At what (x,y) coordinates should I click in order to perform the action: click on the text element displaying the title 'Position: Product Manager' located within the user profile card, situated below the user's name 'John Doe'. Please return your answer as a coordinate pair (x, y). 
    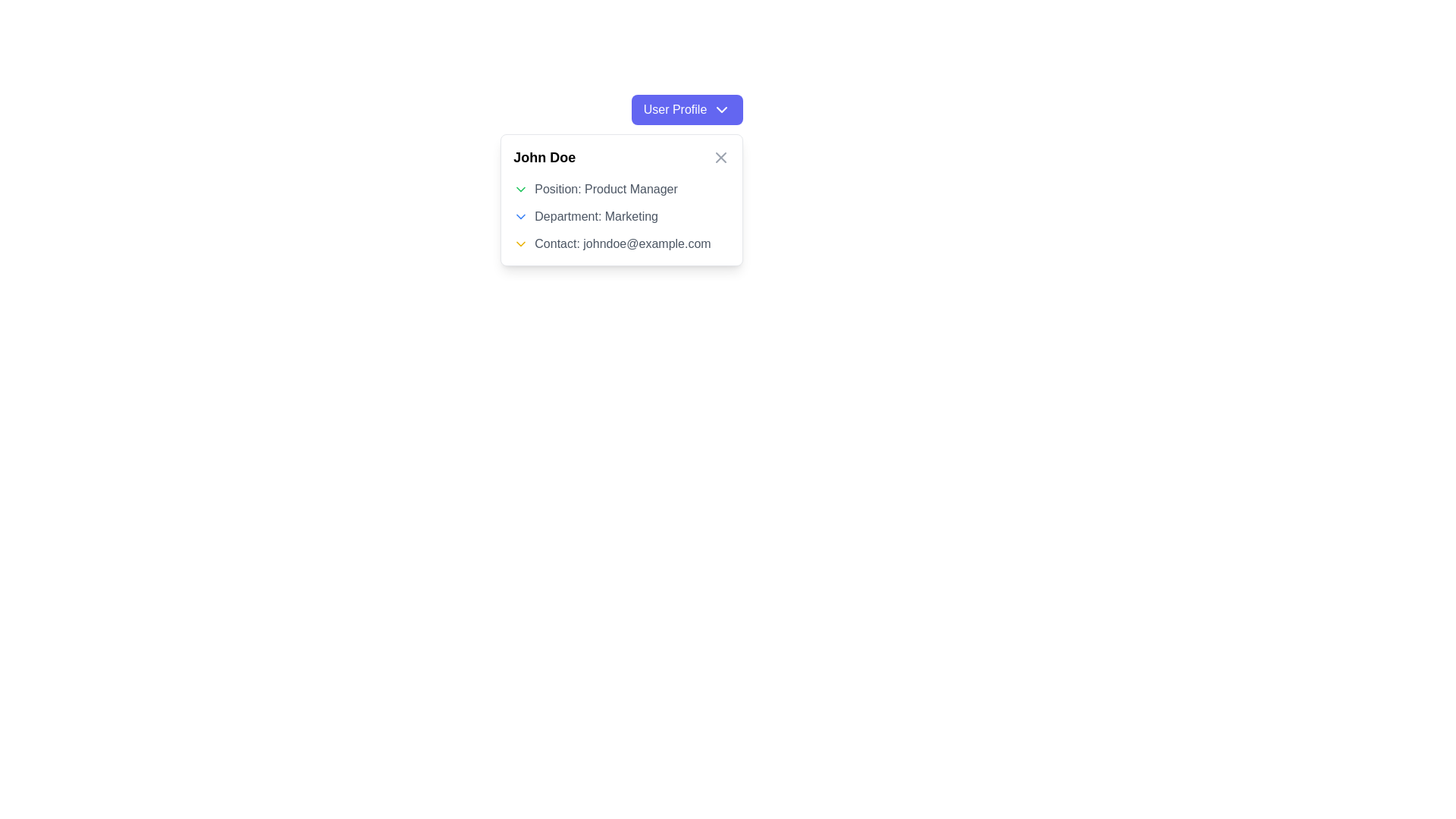
    Looking at the image, I should click on (605, 189).